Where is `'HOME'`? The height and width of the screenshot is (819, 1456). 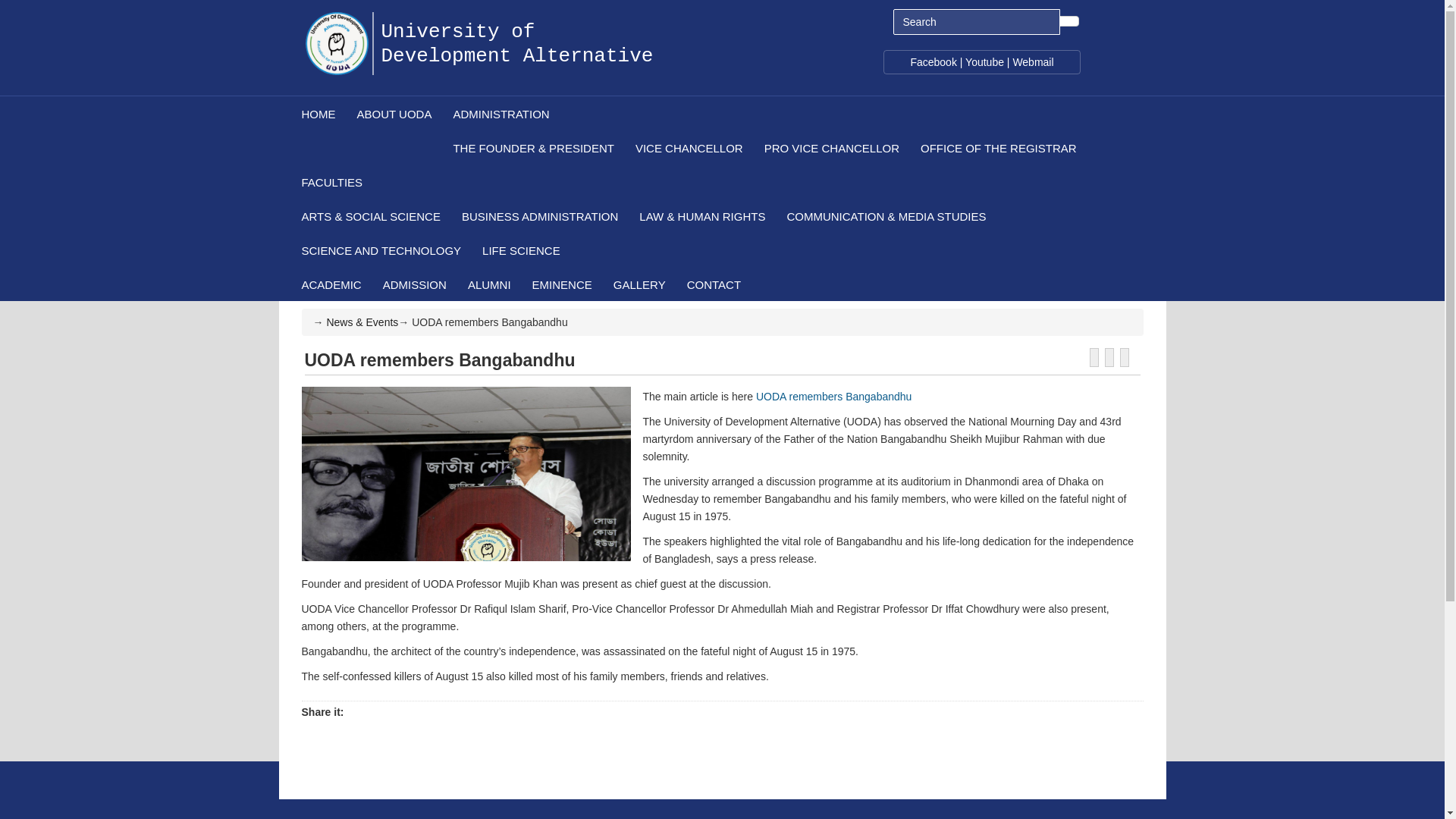
'HOME' is located at coordinates (316, 112).